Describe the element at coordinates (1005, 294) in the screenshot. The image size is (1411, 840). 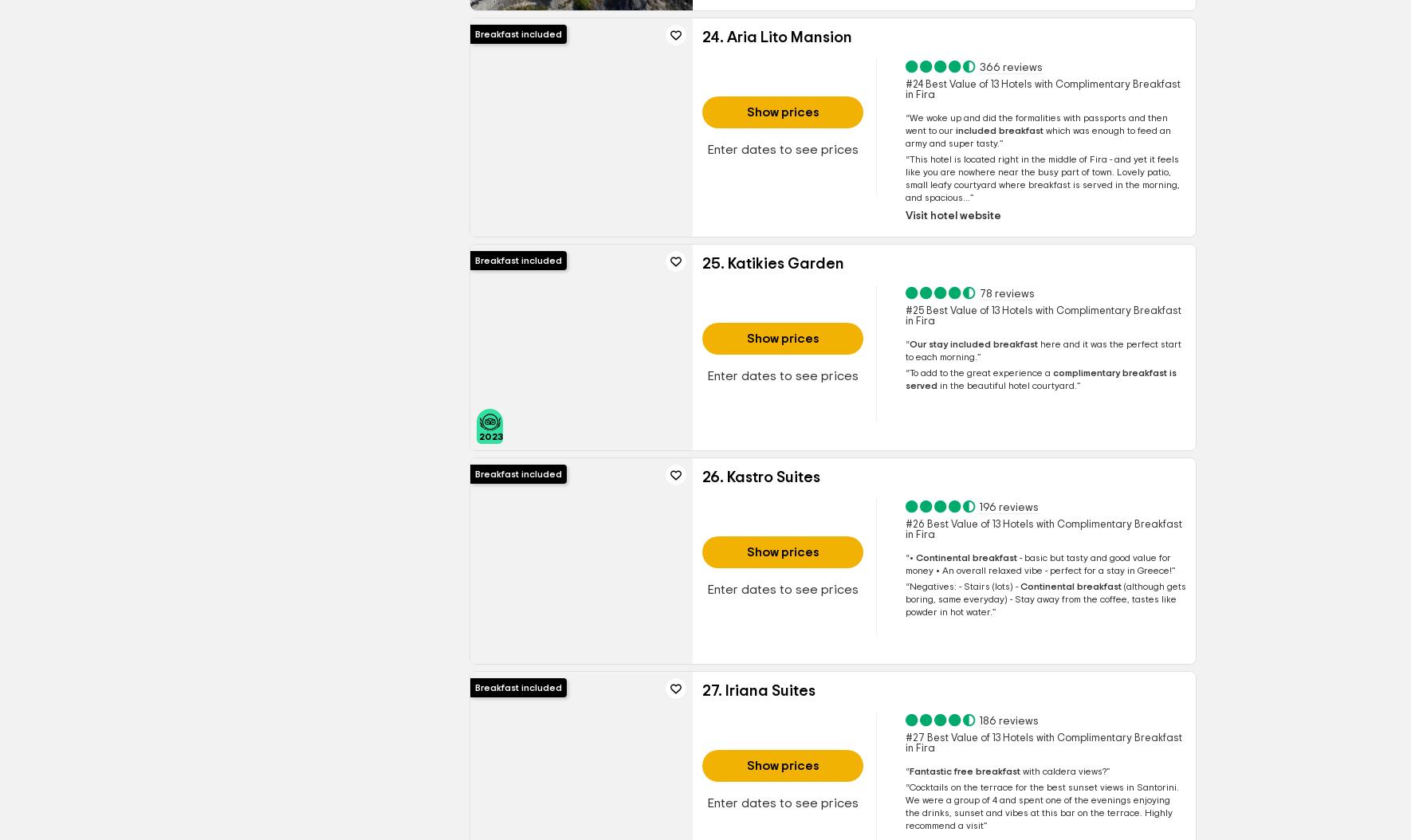
I see `'78 reviews'` at that location.